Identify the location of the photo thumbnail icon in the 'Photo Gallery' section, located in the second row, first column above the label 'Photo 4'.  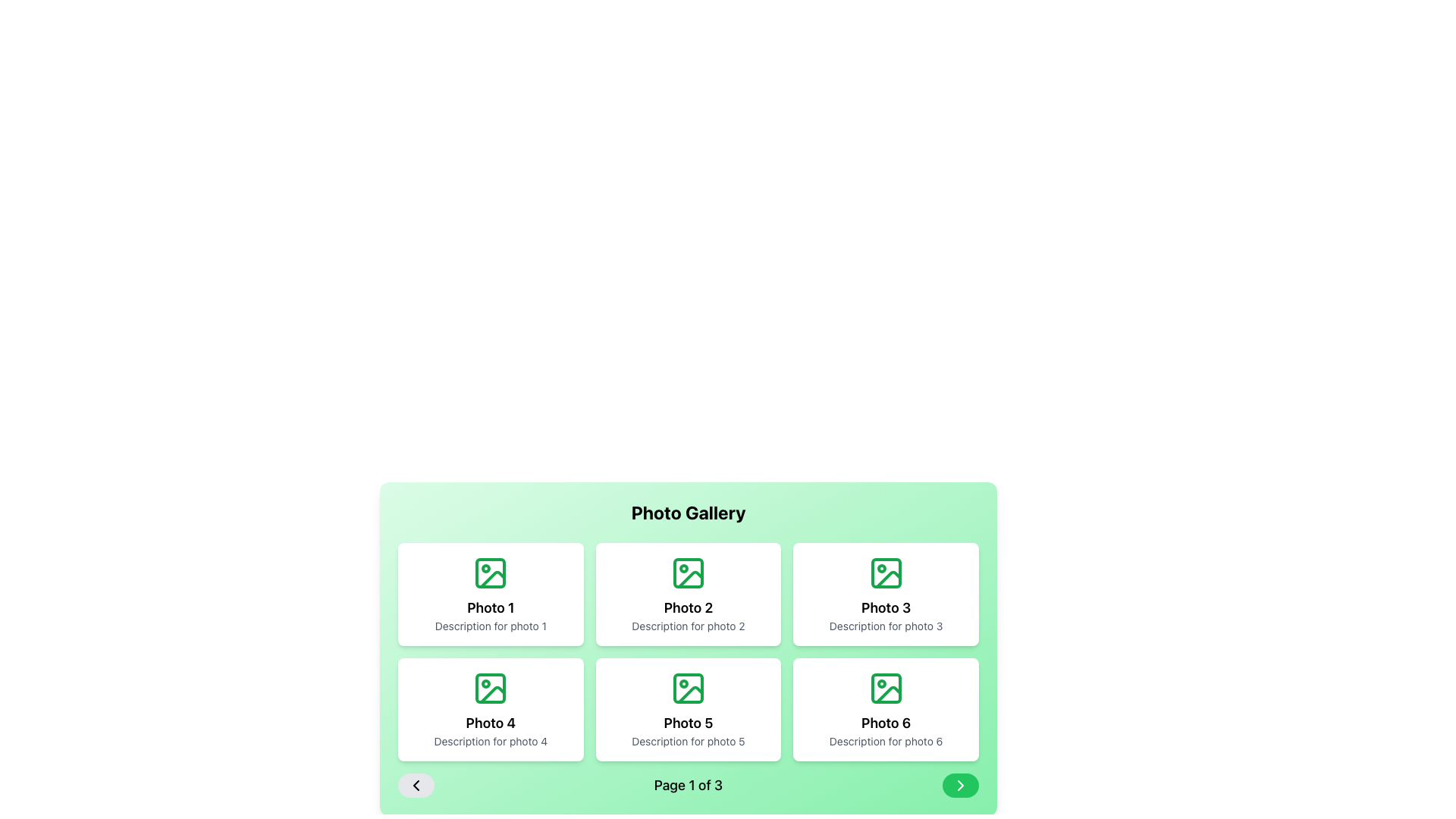
(491, 688).